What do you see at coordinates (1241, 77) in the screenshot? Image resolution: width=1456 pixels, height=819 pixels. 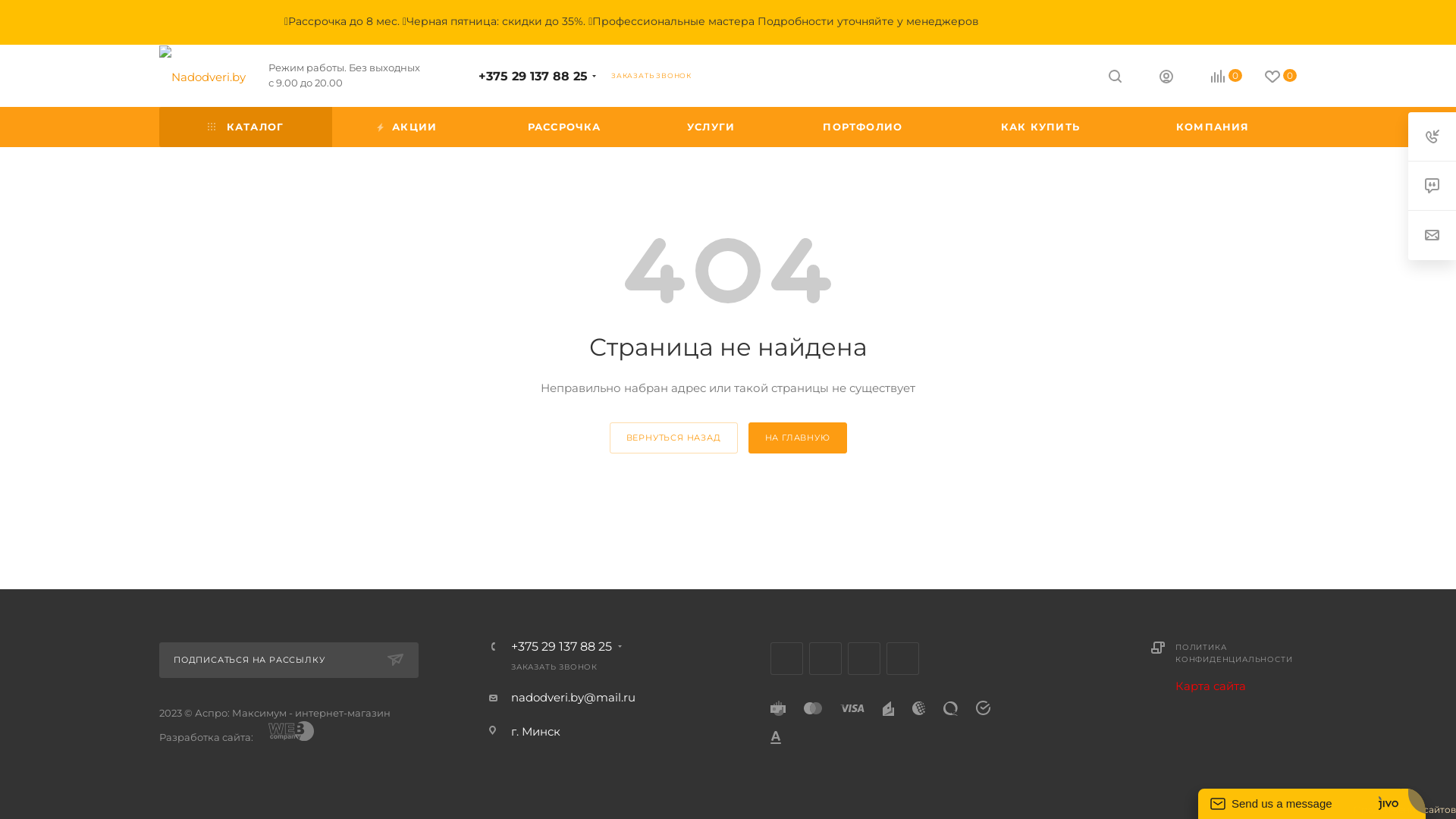 I see `'0'` at bounding box center [1241, 77].